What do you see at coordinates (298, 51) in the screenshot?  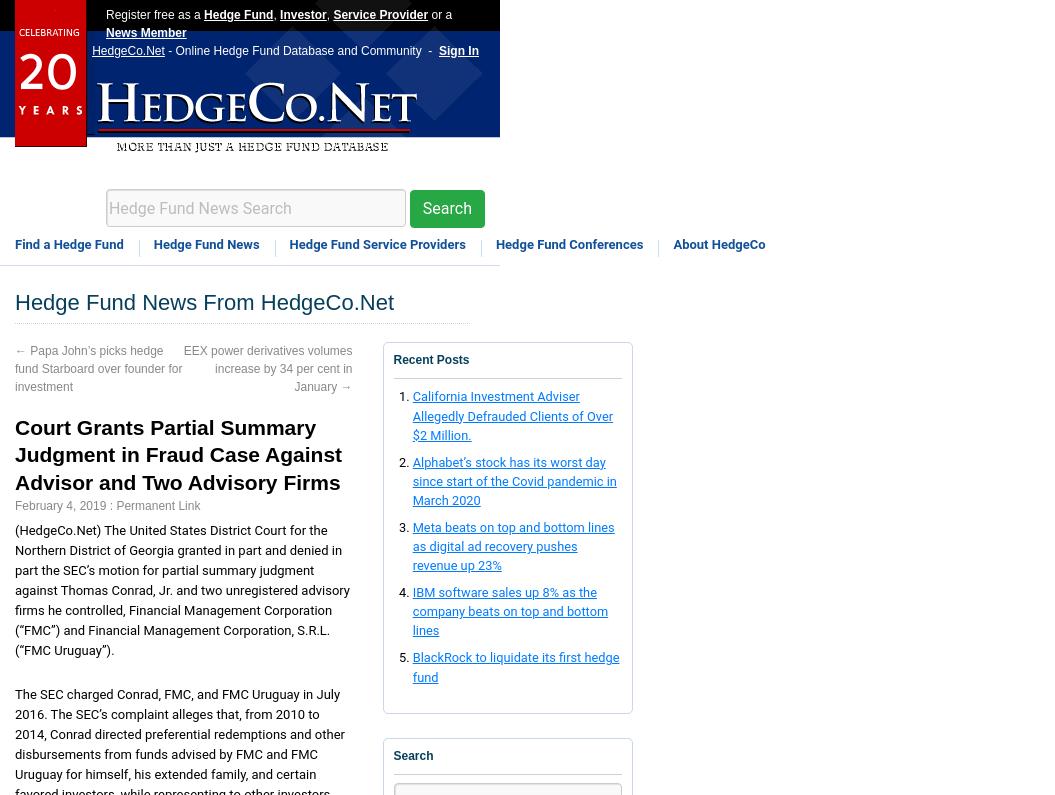 I see `'- Online Hedge Fund Database and Community
                                     -'` at bounding box center [298, 51].